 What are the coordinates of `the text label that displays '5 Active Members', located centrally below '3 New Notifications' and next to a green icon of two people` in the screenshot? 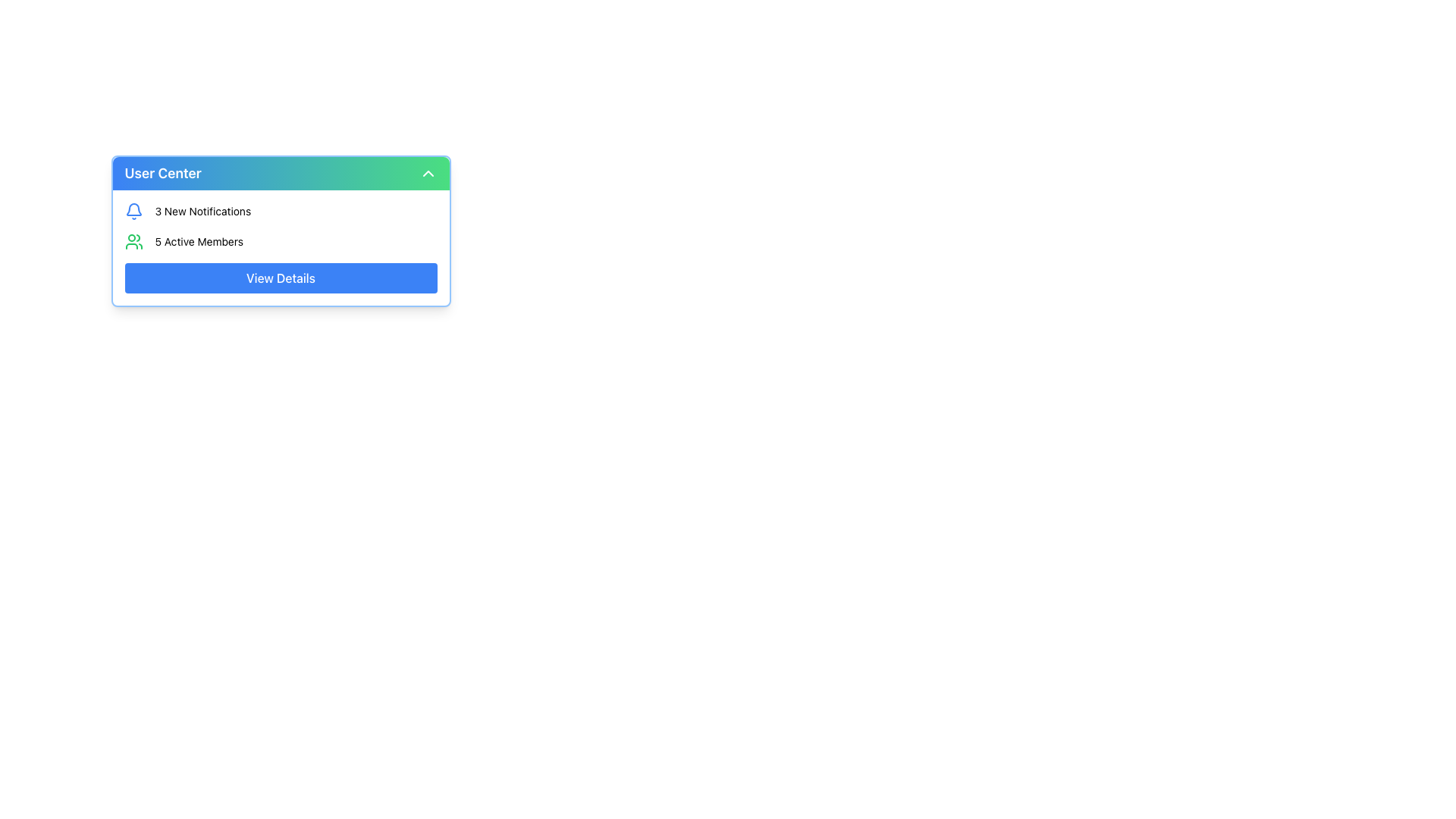 It's located at (198, 241).